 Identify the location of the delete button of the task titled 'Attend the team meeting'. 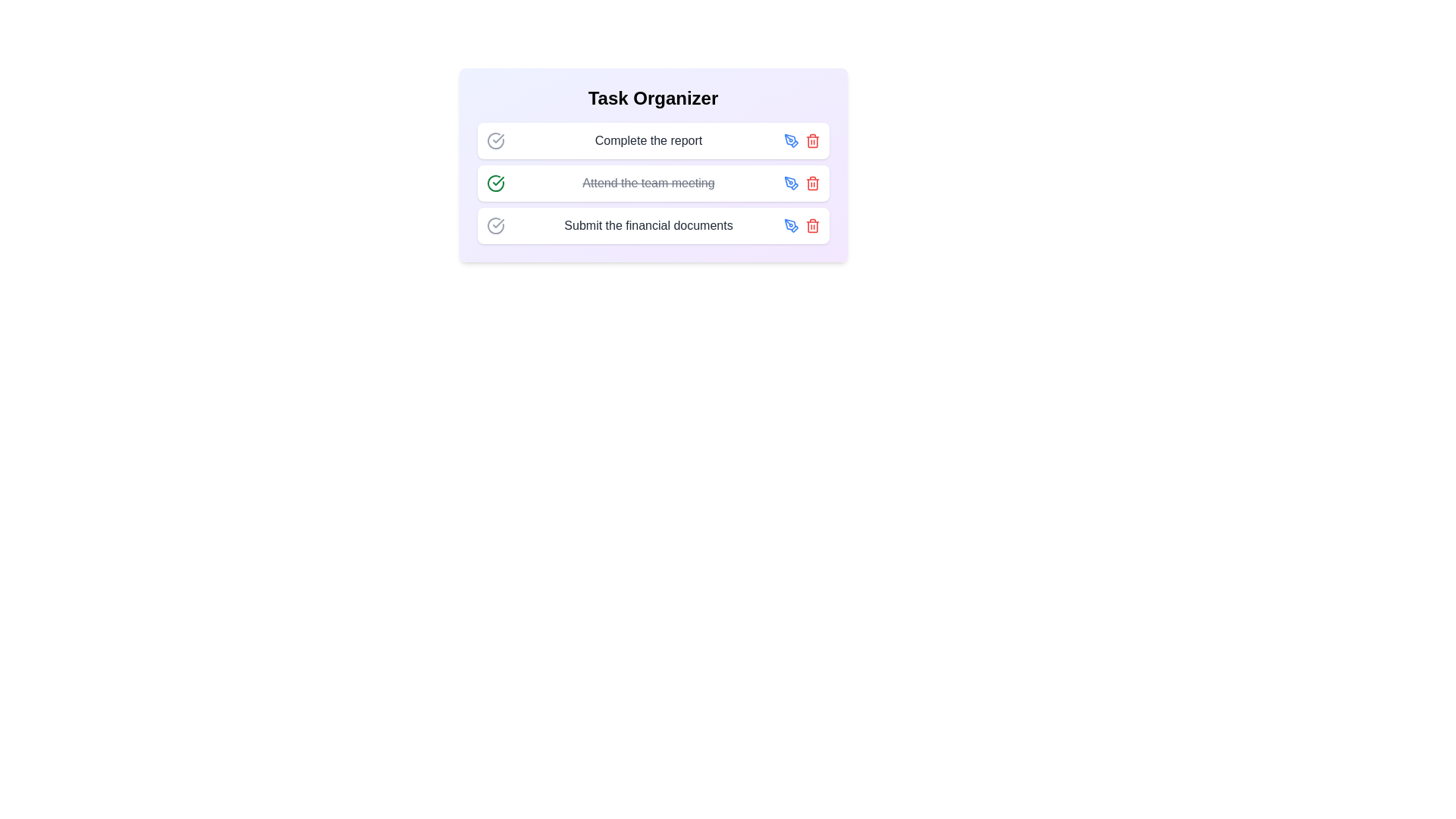
(811, 183).